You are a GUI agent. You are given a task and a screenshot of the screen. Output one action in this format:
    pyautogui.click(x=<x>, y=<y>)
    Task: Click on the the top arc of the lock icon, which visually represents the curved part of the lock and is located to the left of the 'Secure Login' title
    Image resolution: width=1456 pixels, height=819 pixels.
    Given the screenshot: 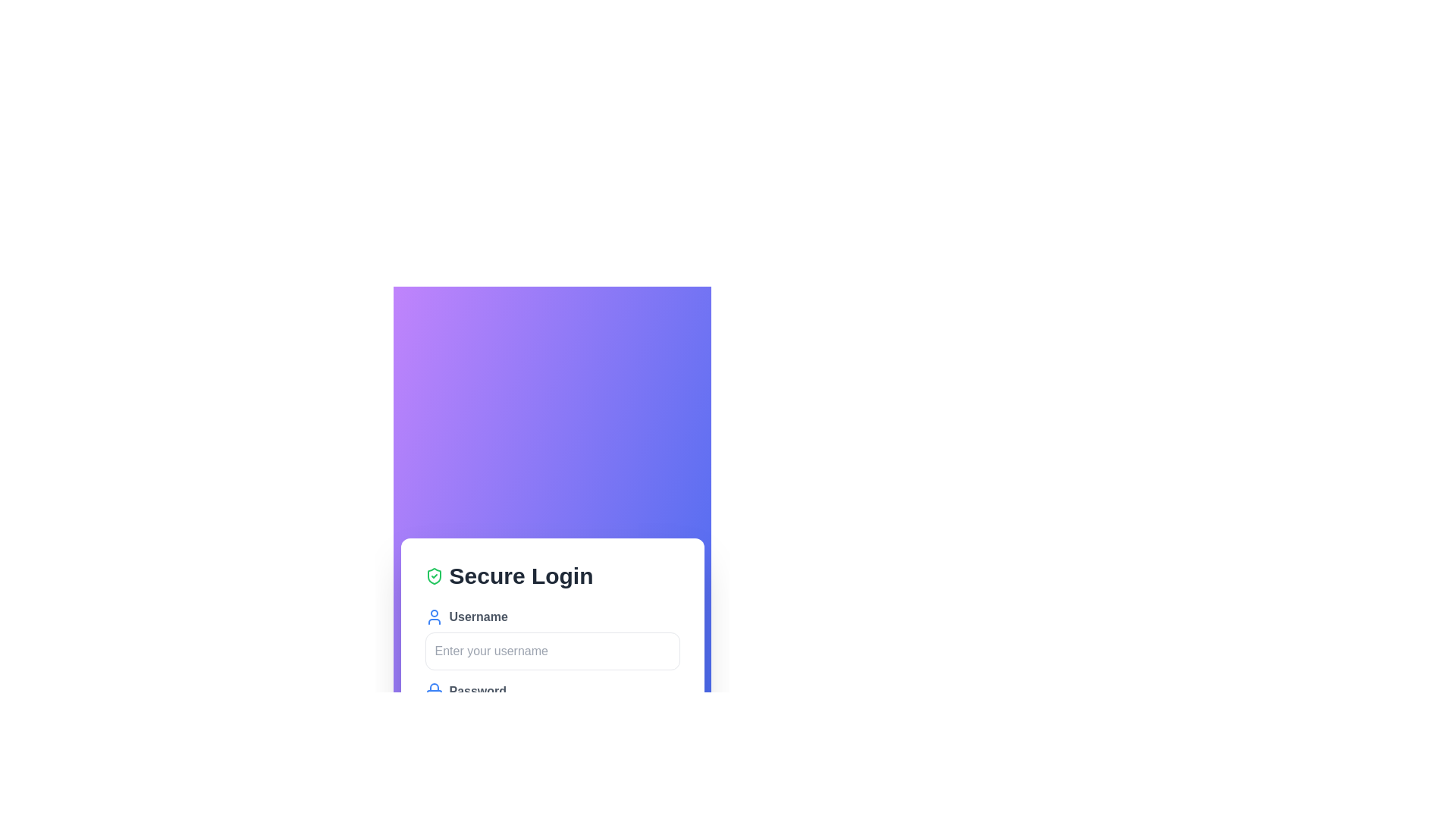 What is the action you would take?
    pyautogui.click(x=433, y=687)
    